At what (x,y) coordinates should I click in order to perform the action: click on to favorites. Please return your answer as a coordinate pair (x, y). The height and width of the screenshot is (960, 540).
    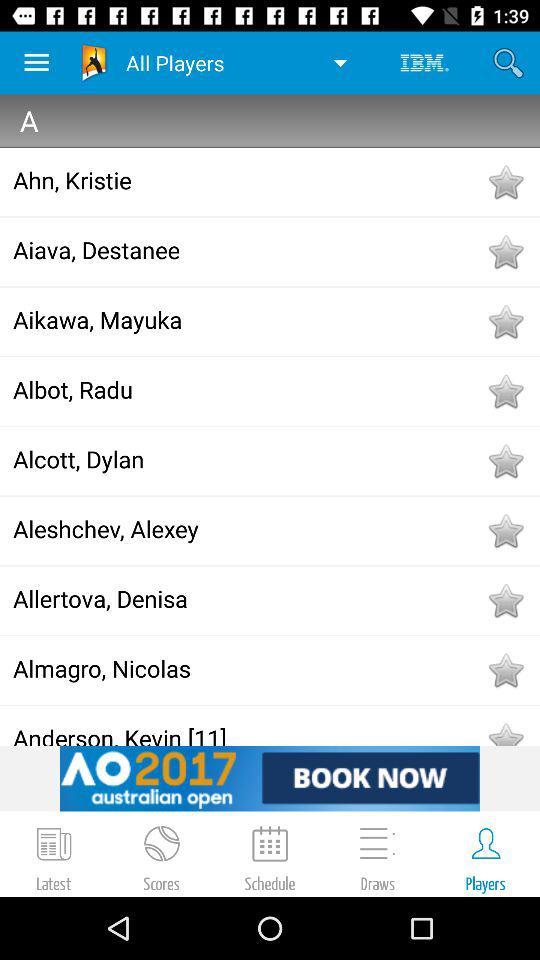
    Looking at the image, I should click on (504, 461).